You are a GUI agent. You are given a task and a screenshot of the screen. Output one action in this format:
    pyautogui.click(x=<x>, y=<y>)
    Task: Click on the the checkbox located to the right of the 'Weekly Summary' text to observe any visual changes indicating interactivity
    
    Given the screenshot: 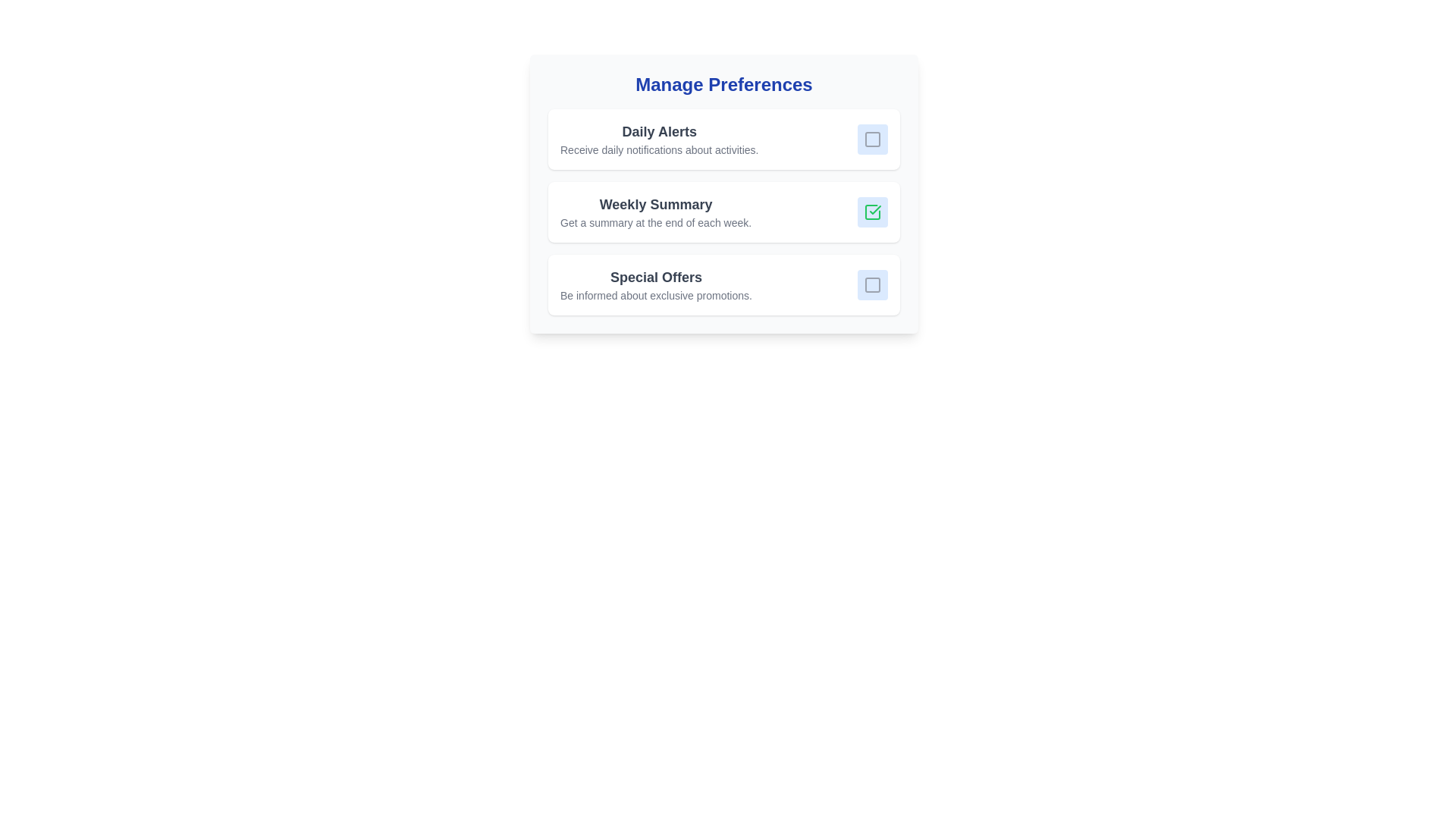 What is the action you would take?
    pyautogui.click(x=873, y=212)
    